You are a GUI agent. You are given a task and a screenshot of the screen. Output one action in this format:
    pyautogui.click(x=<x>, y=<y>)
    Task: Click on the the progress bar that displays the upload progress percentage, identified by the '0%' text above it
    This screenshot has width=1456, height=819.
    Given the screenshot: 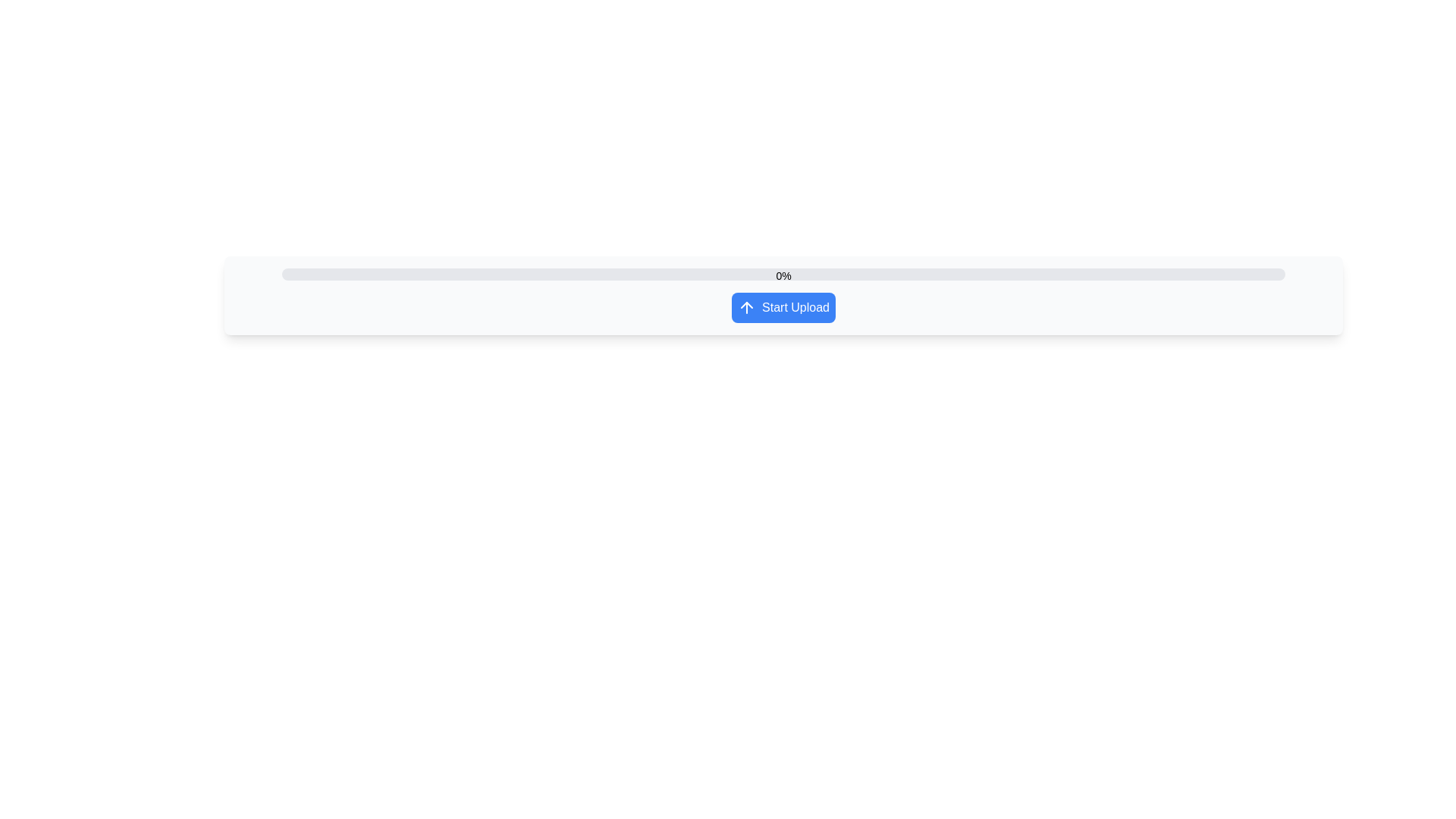 What is the action you would take?
    pyautogui.click(x=783, y=275)
    